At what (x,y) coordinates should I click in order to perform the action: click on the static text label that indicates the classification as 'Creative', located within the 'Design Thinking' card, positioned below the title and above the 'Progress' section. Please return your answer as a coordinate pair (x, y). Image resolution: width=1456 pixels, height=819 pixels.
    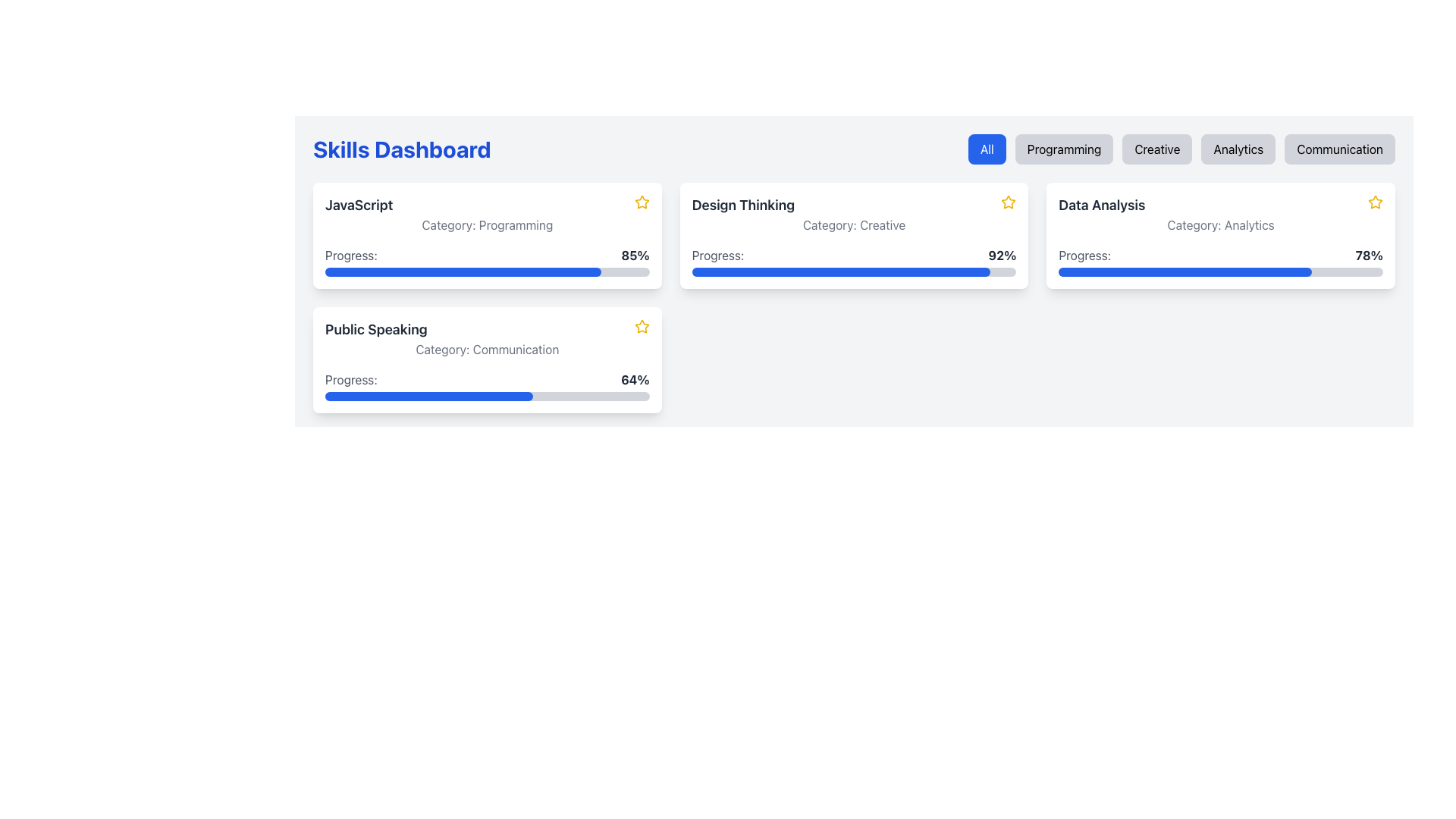
    Looking at the image, I should click on (854, 225).